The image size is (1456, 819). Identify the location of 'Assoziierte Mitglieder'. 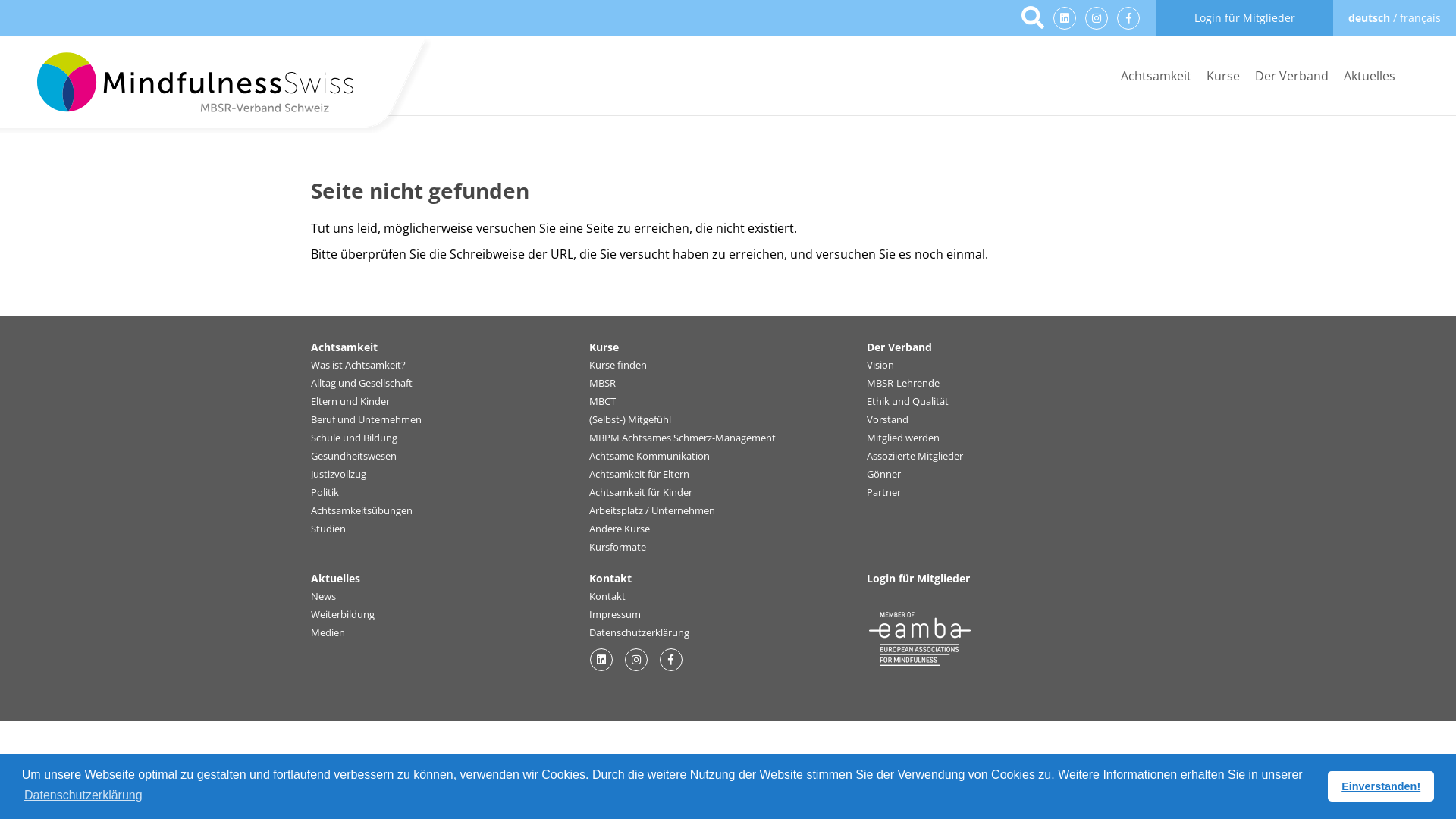
(866, 455).